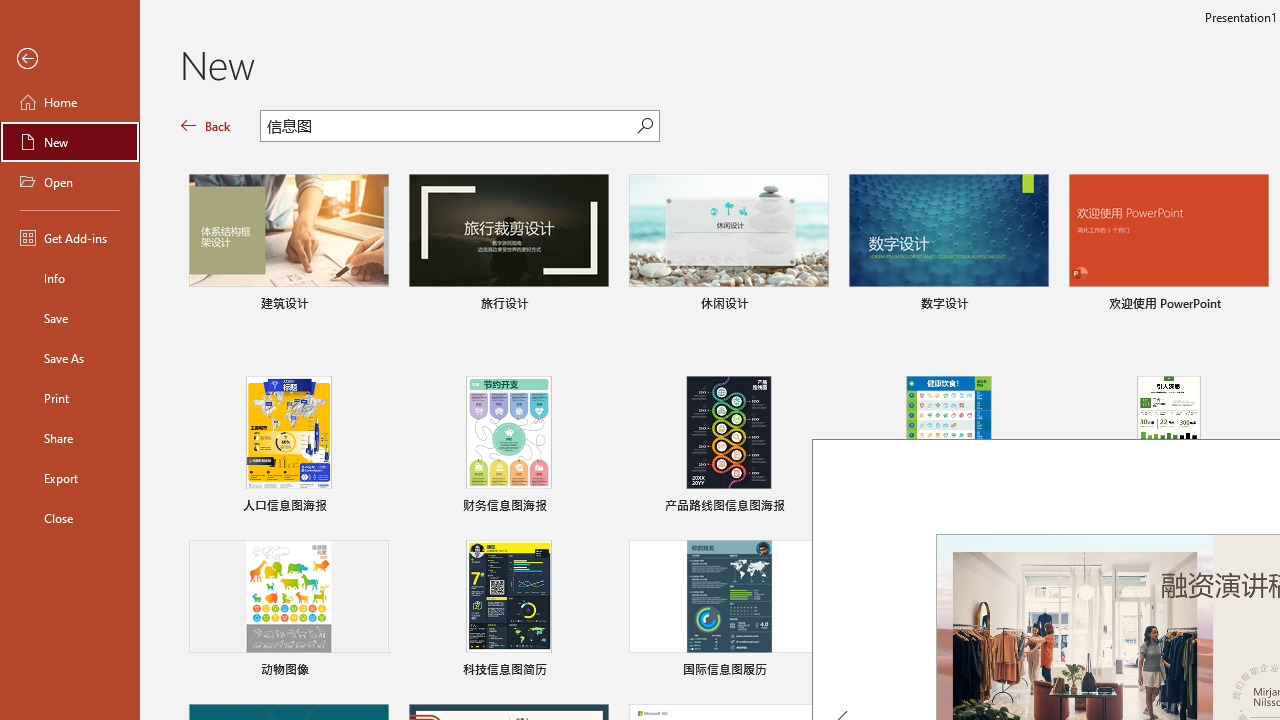 This screenshot has width=1280, height=720. Describe the element at coordinates (448, 128) in the screenshot. I see `'Search for online templates and themes'` at that location.